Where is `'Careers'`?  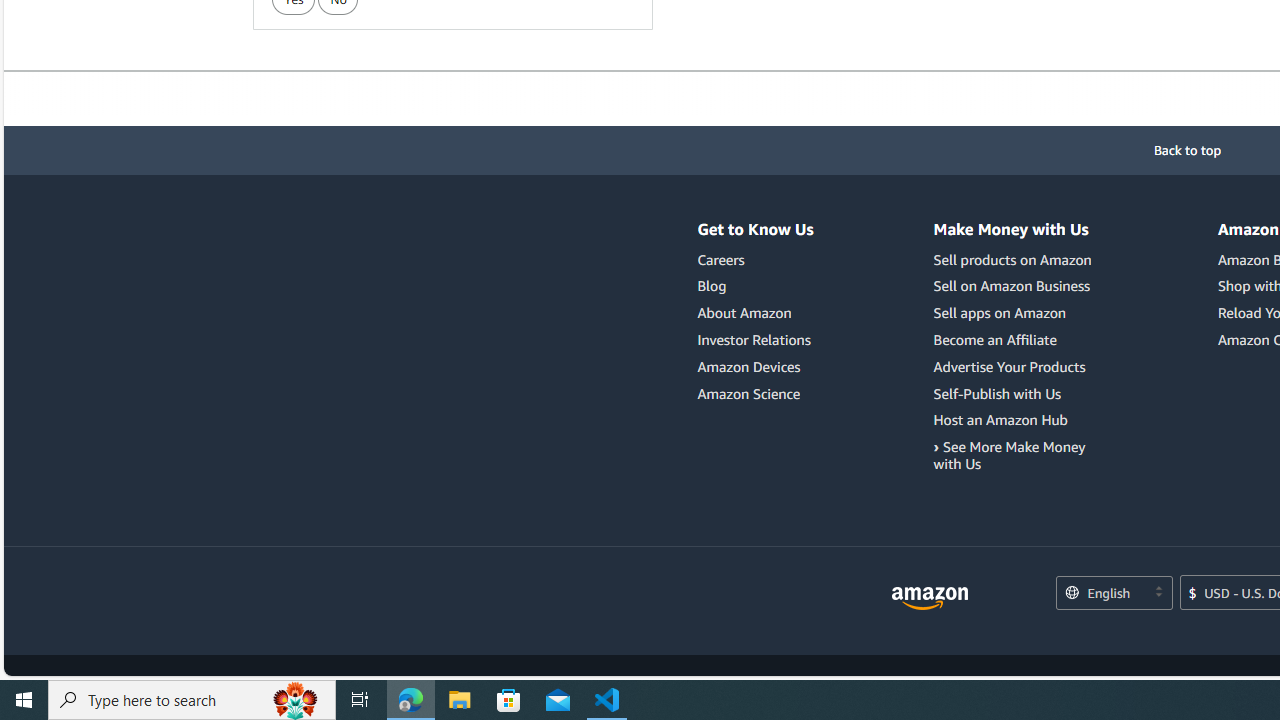 'Careers' is located at coordinates (720, 258).